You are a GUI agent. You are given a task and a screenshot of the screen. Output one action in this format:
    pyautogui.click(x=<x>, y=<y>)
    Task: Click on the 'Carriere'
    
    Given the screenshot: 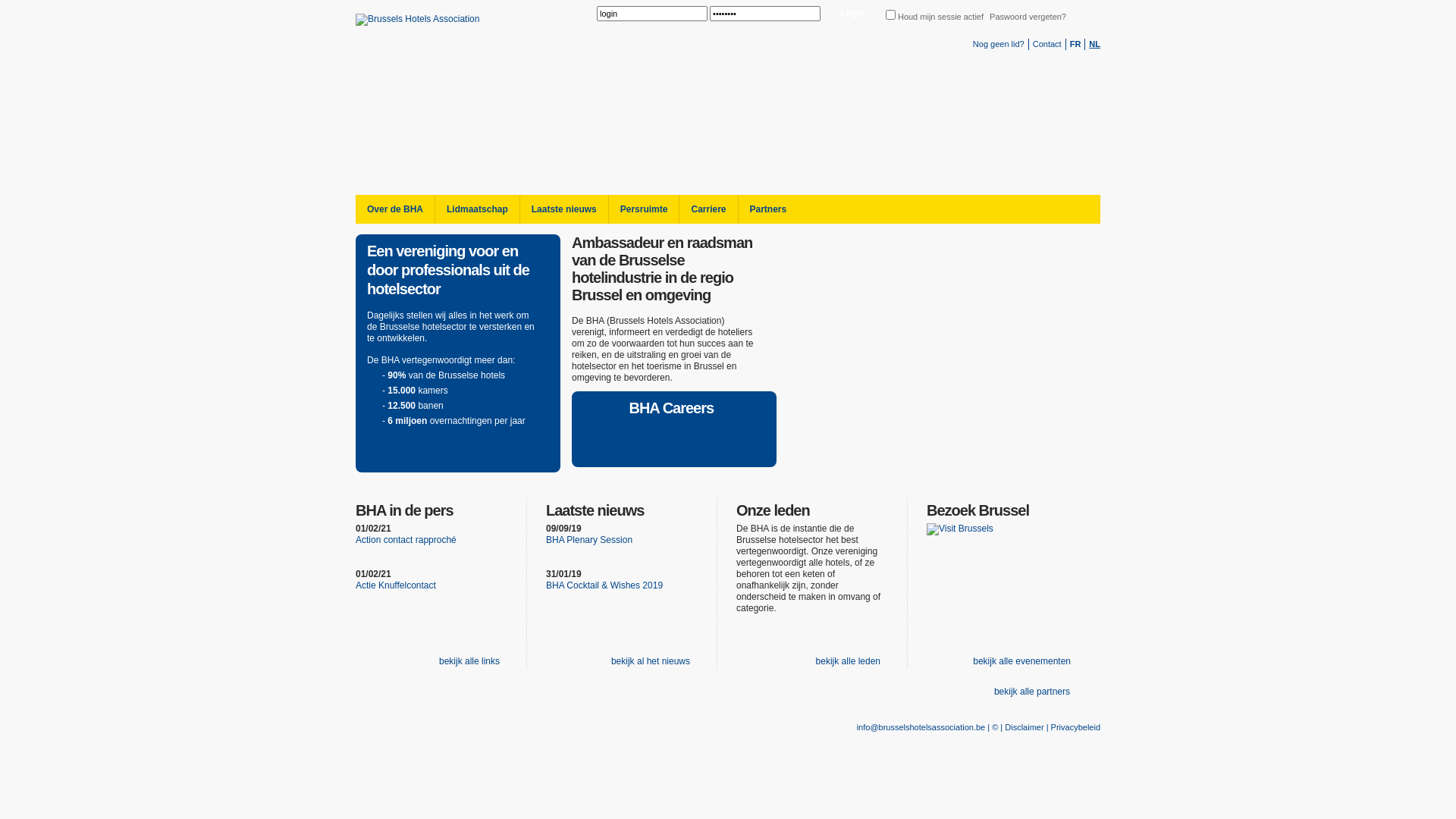 What is the action you would take?
    pyautogui.click(x=707, y=209)
    